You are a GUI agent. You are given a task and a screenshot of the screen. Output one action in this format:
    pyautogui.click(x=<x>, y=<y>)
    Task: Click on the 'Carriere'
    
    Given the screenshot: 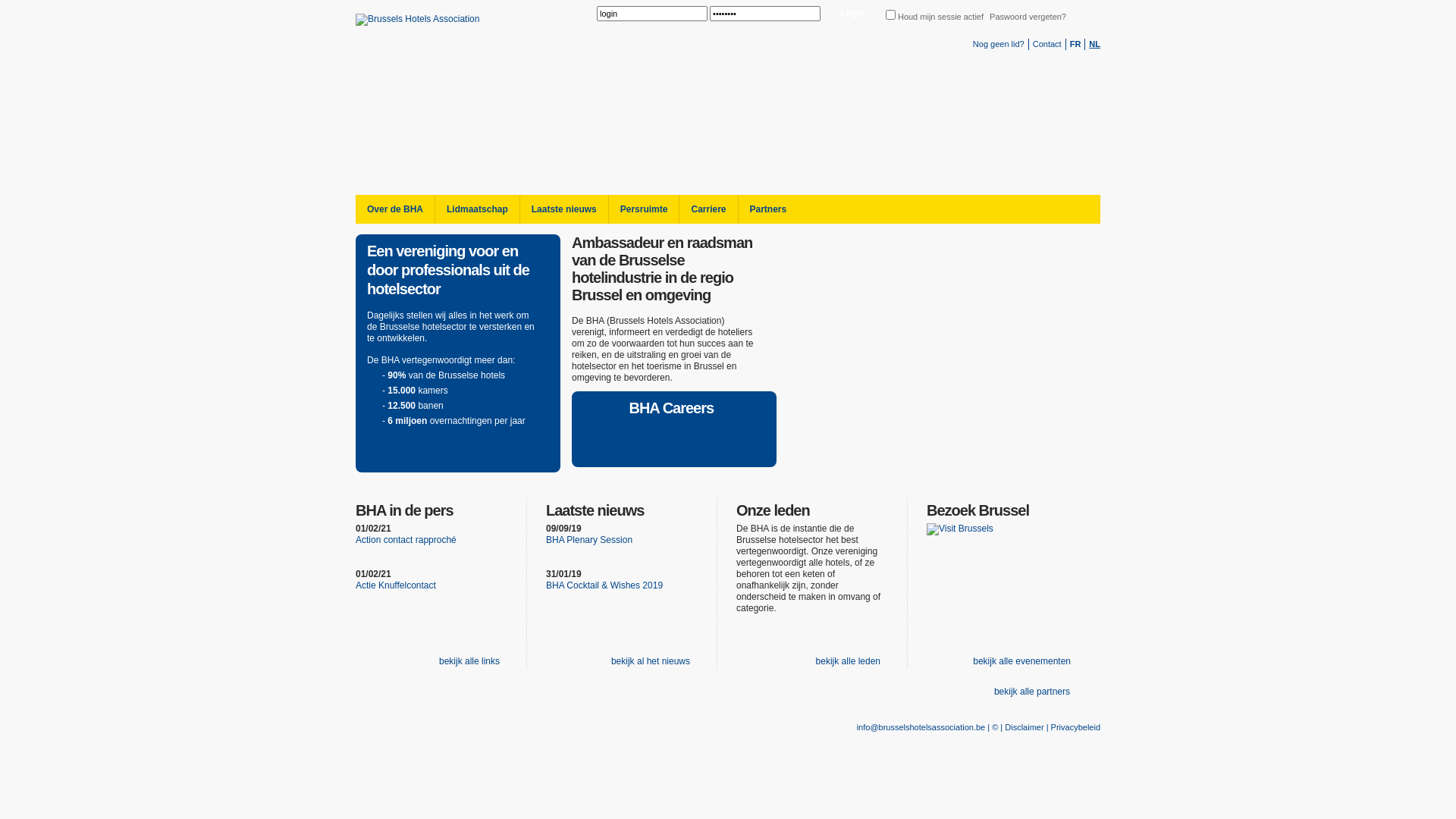 What is the action you would take?
    pyautogui.click(x=707, y=209)
    